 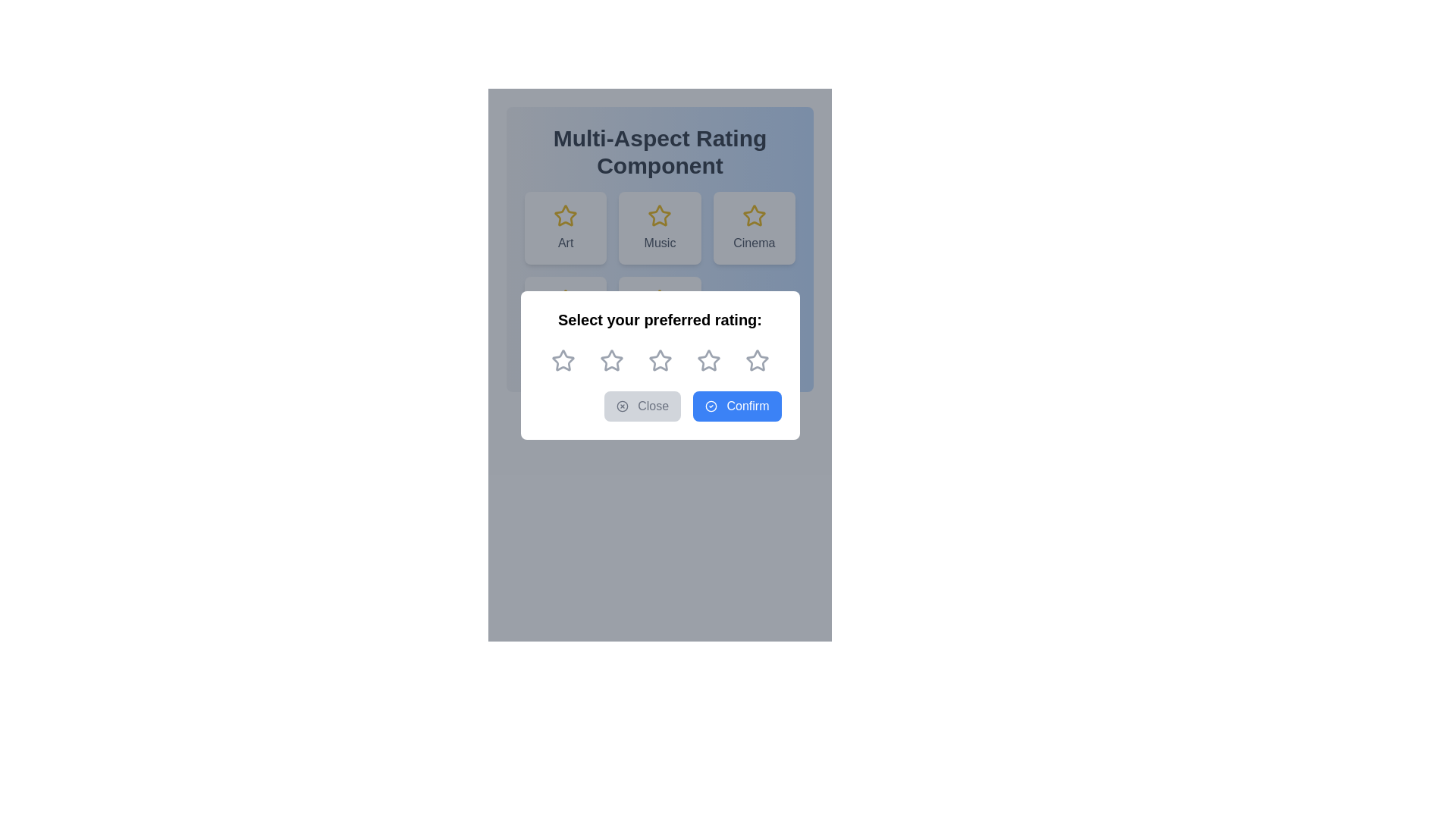 I want to click on the middle star icon in the star rating representation with a gray outline, positioned in the dialog box under 'Select your preferred rating.', so click(x=660, y=360).